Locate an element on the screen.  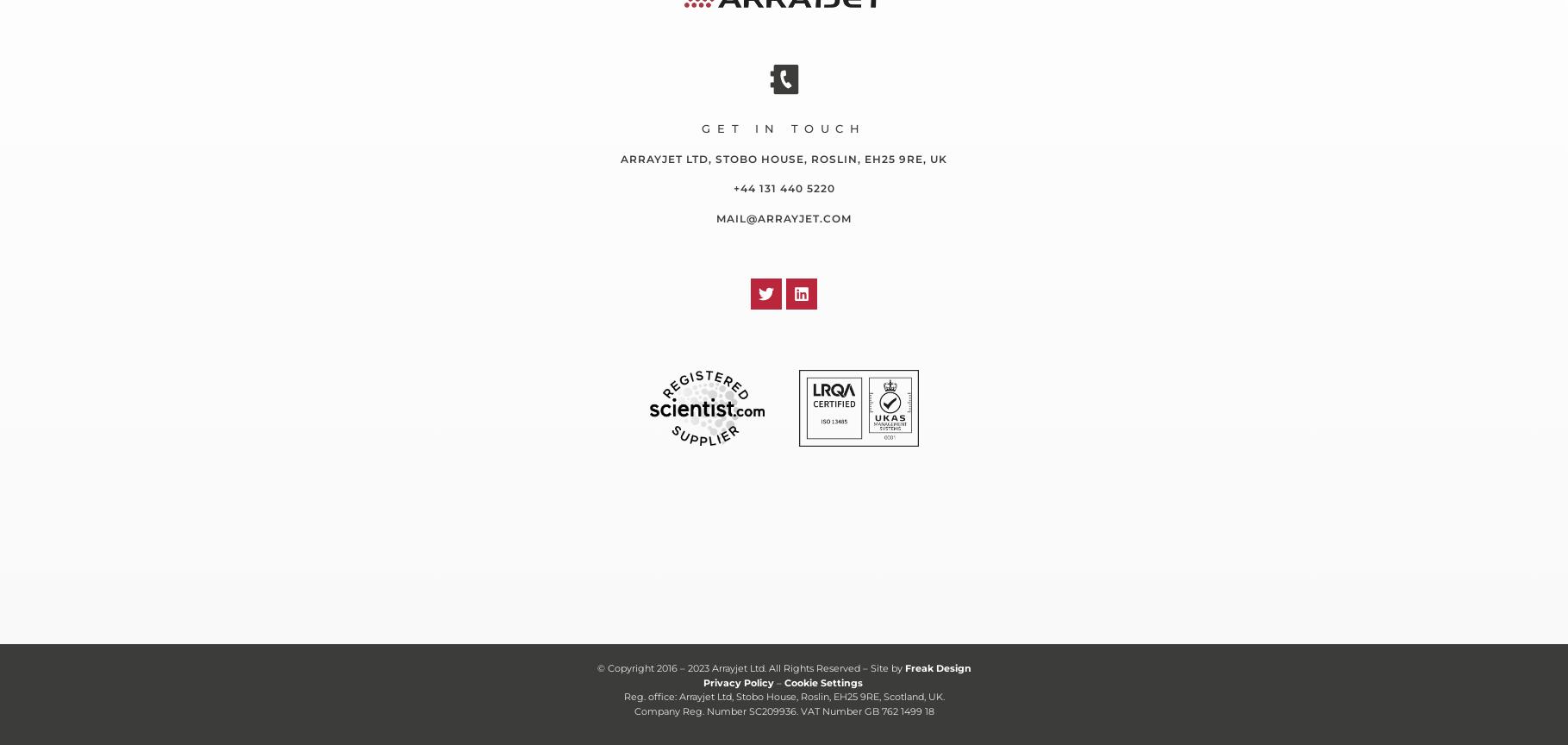
'Freak Design' is located at coordinates (936, 667).